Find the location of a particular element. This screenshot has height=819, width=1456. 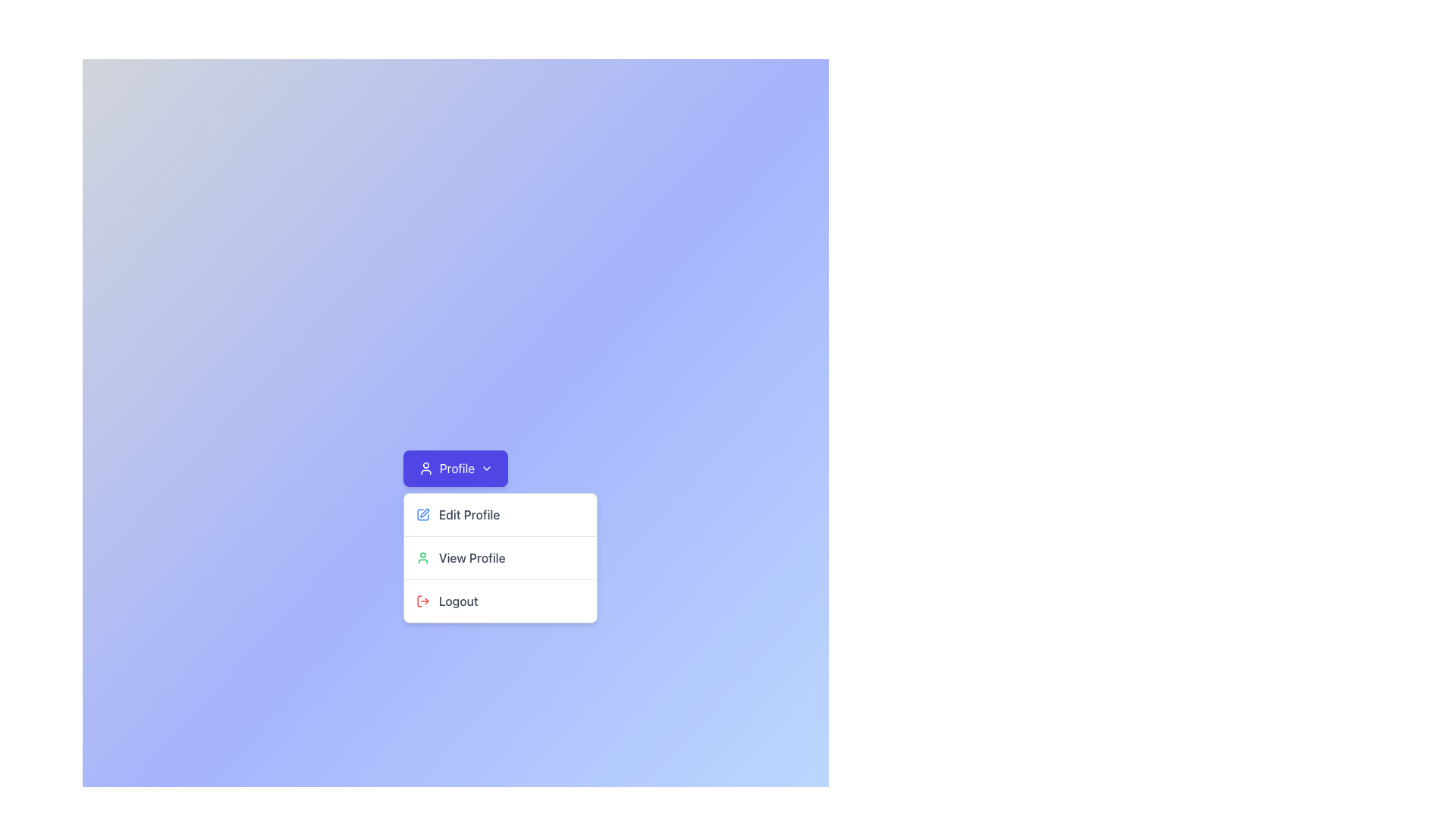

the pen icon within the SVG component located in the dropdown menu under the 'Edit Profile' button is located at coordinates (425, 512).